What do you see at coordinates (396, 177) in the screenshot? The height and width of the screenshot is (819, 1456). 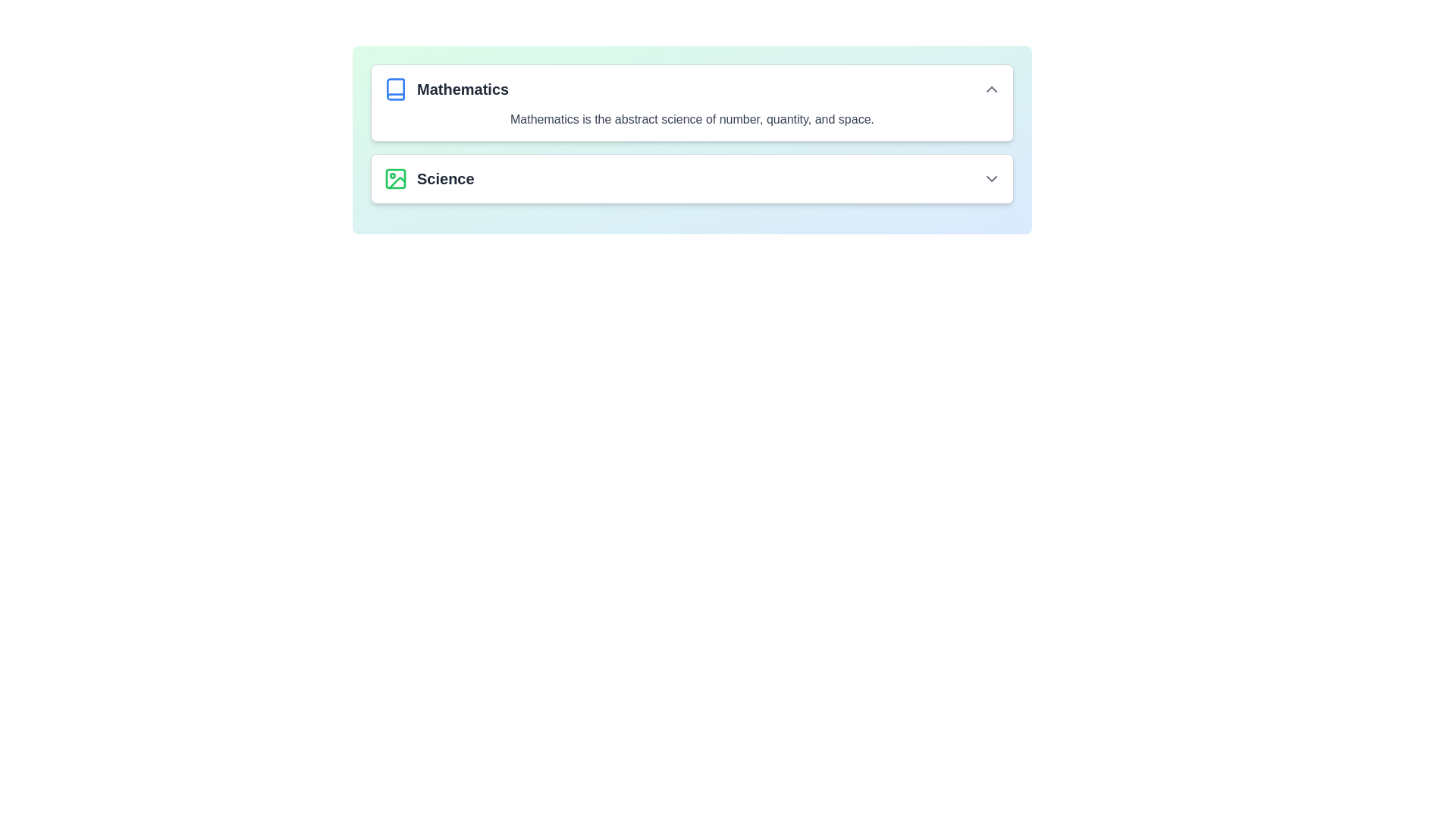 I see `the decorative rectangle icon component located inside the green icon to the left of the 'Science' section` at bounding box center [396, 177].